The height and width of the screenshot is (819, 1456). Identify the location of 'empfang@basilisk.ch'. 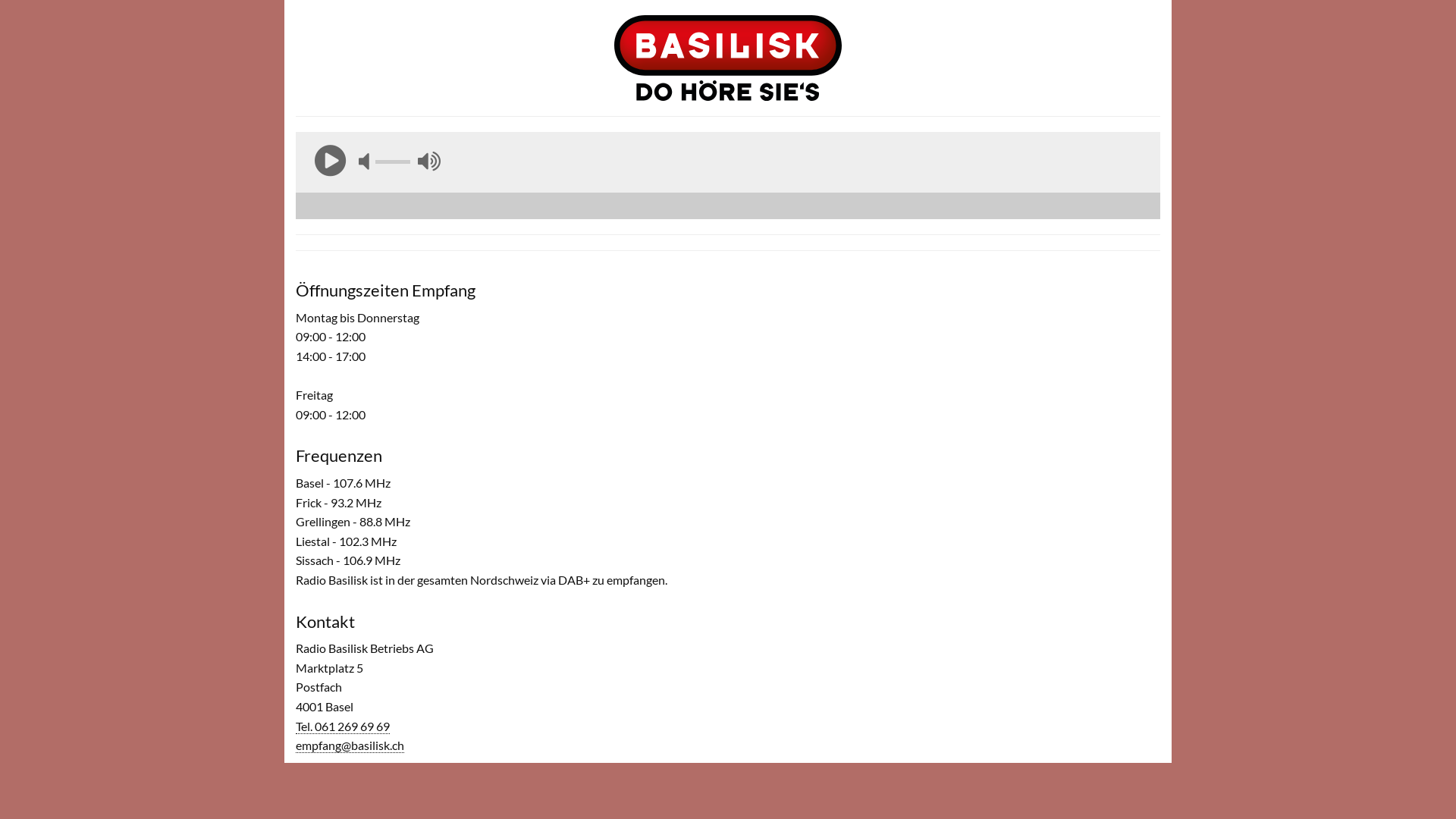
(349, 745).